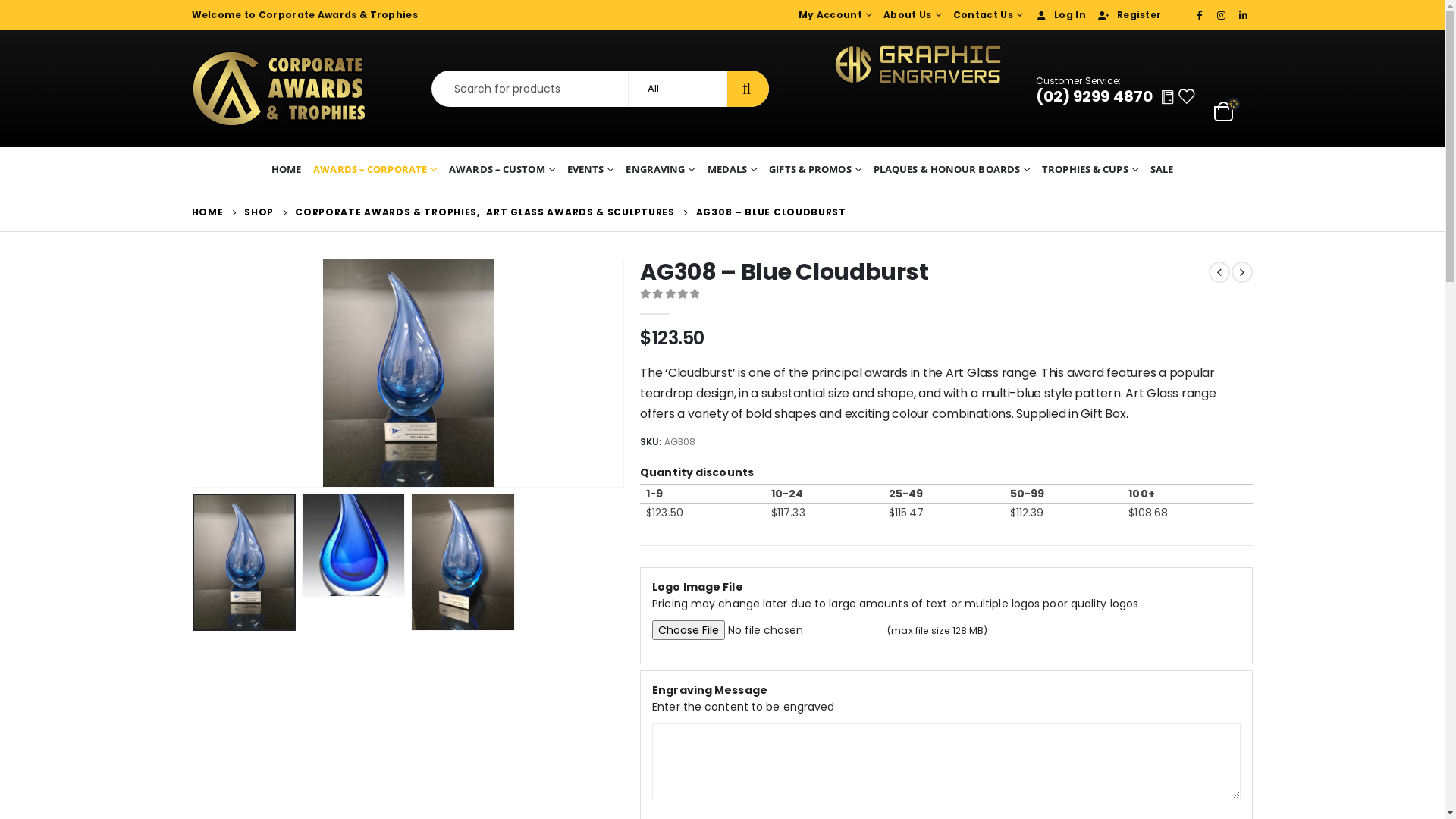 This screenshot has width=1456, height=819. Describe the element at coordinates (1089, 169) in the screenshot. I see `'TROPHIES & CUPS'` at that location.